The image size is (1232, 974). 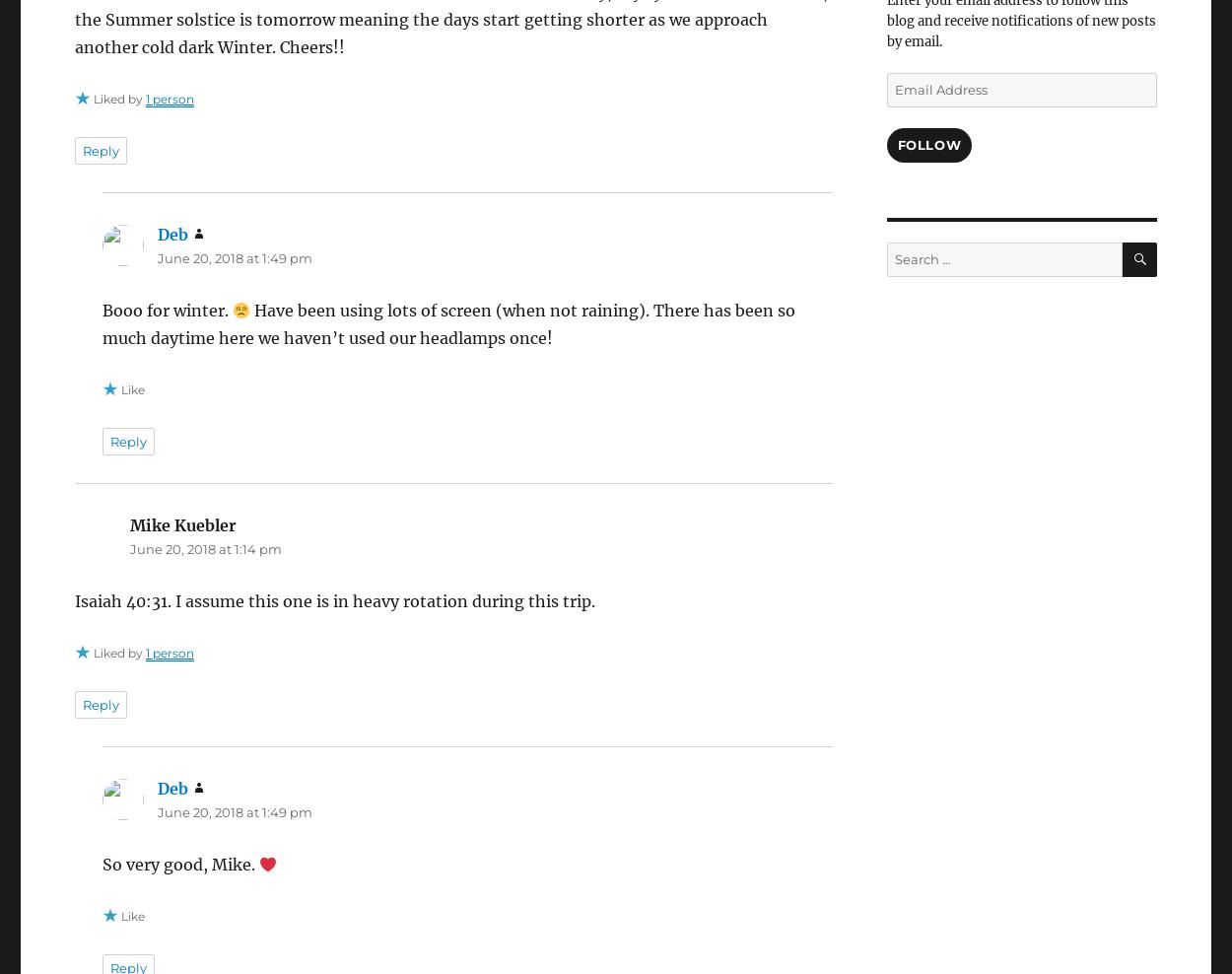 What do you see at coordinates (182, 523) in the screenshot?
I see `'Mike Kuebler'` at bounding box center [182, 523].